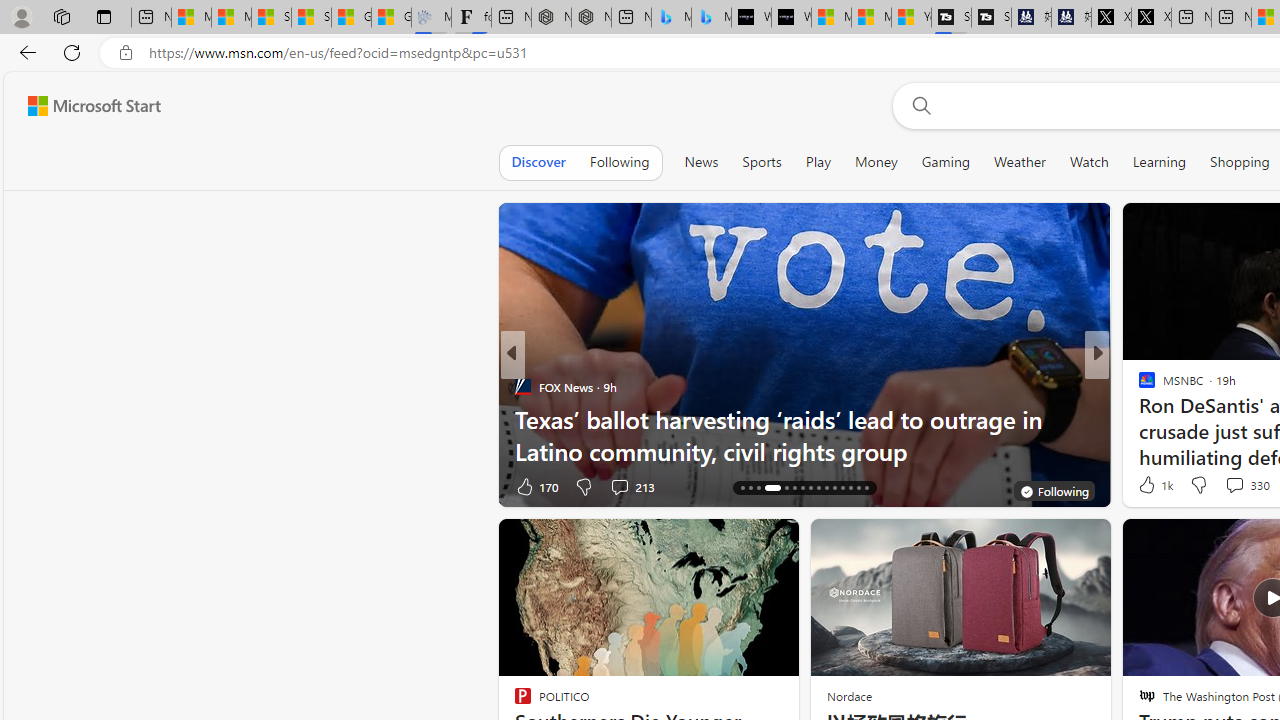  I want to click on 'View comments 6 Comment', so click(1240, 486).